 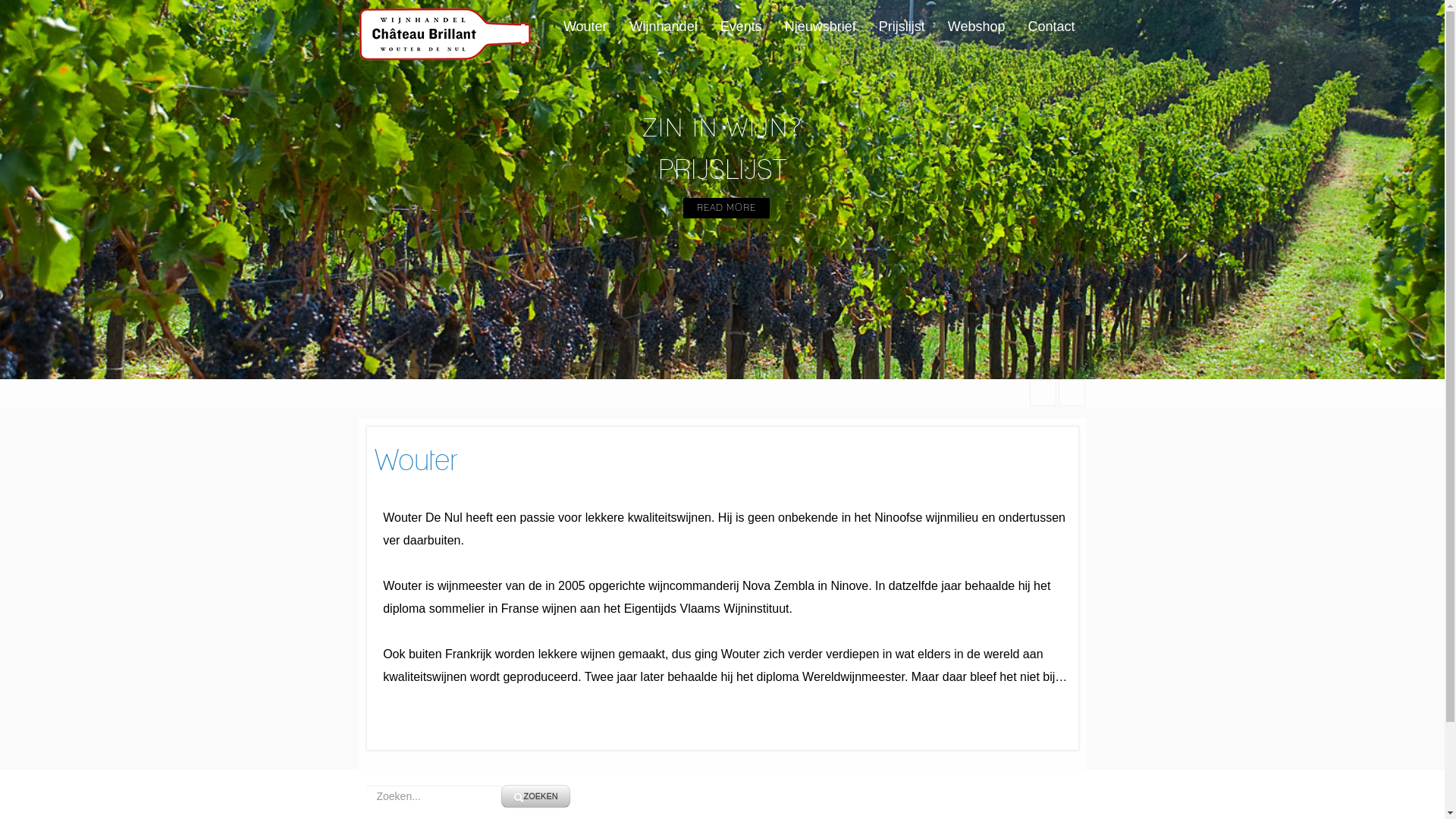 I want to click on 'facebook', so click(x=1041, y=392).